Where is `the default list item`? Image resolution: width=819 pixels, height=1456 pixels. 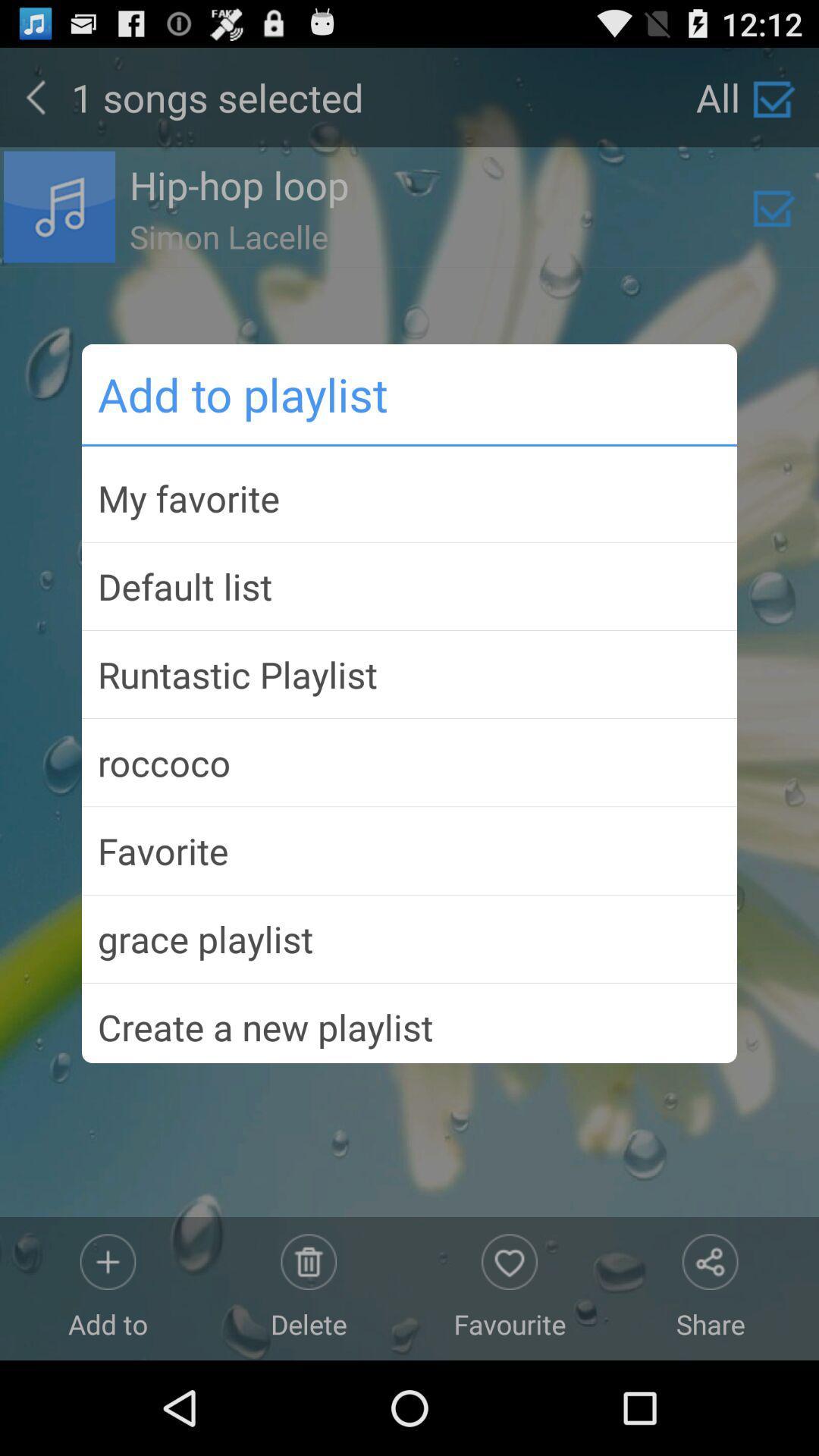
the default list item is located at coordinates (409, 585).